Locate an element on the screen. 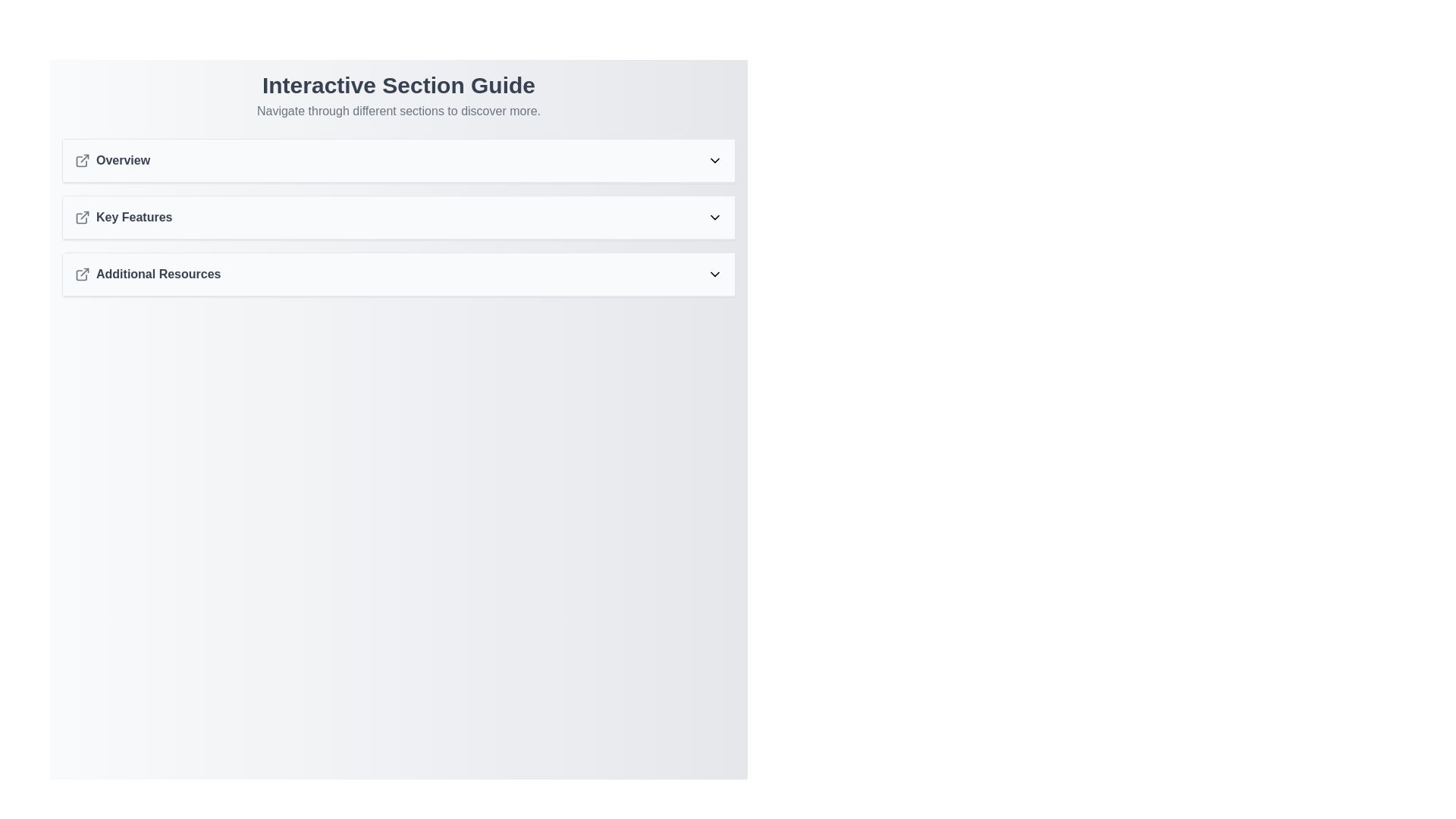  text label that serves as a descriptive title for the first navigation item in the vertical list, positioned to the right of the external link icon is located at coordinates (123, 161).